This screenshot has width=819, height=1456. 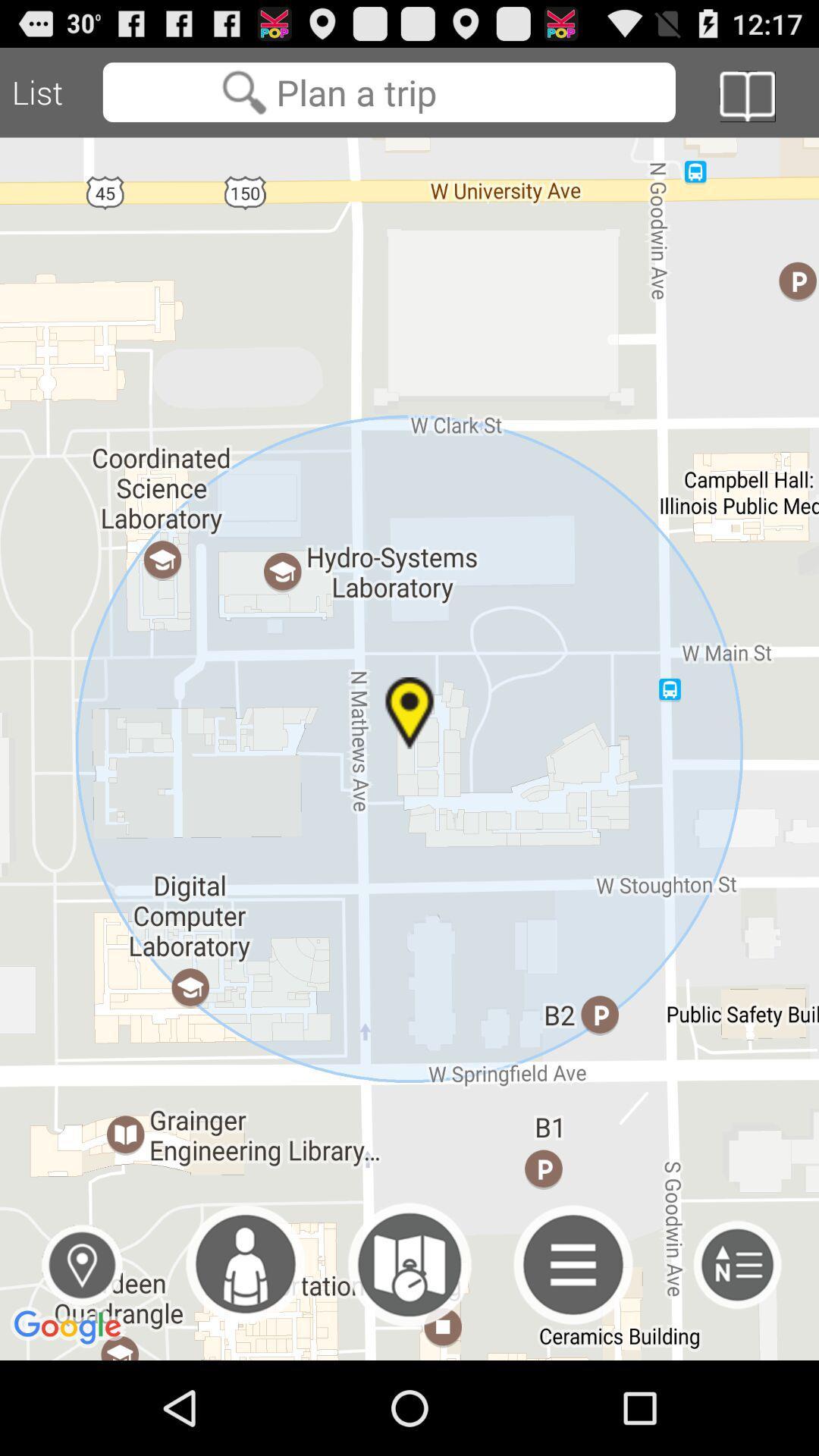 What do you see at coordinates (736, 1354) in the screenshot?
I see `the list icon` at bounding box center [736, 1354].